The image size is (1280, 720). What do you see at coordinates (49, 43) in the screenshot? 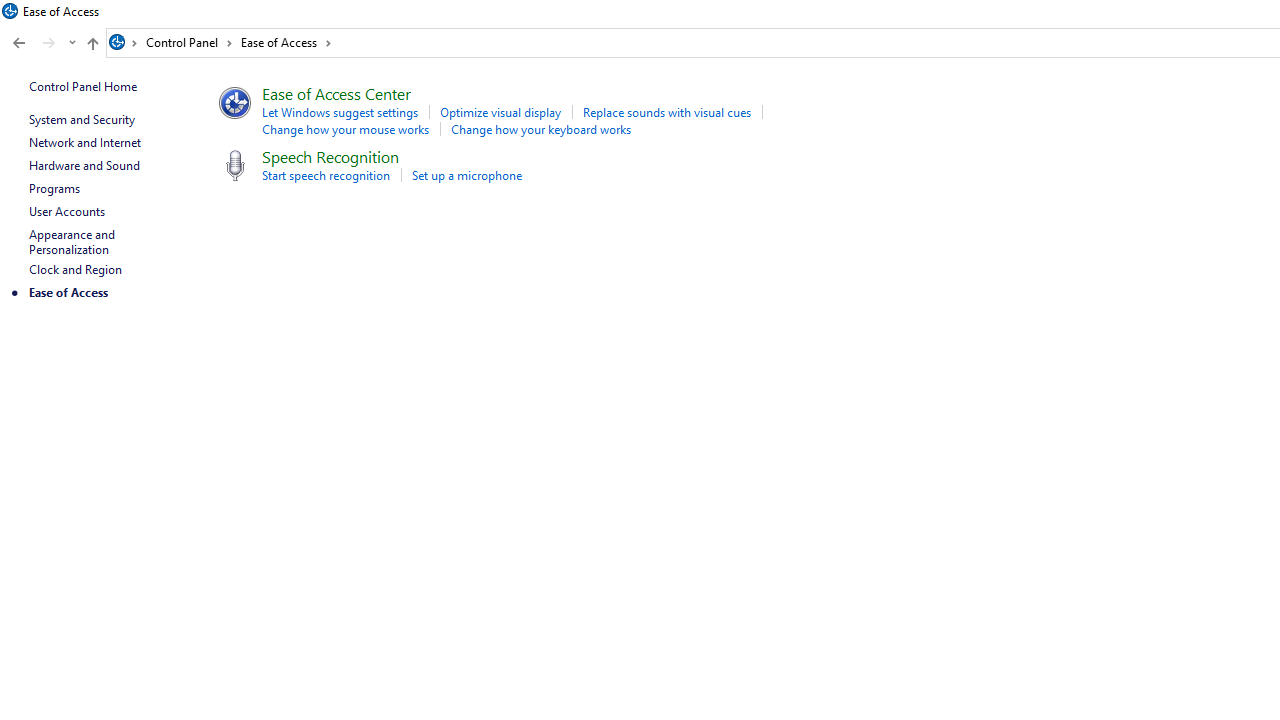
I see `'Forward (Alt + Right Arrow)'` at bounding box center [49, 43].